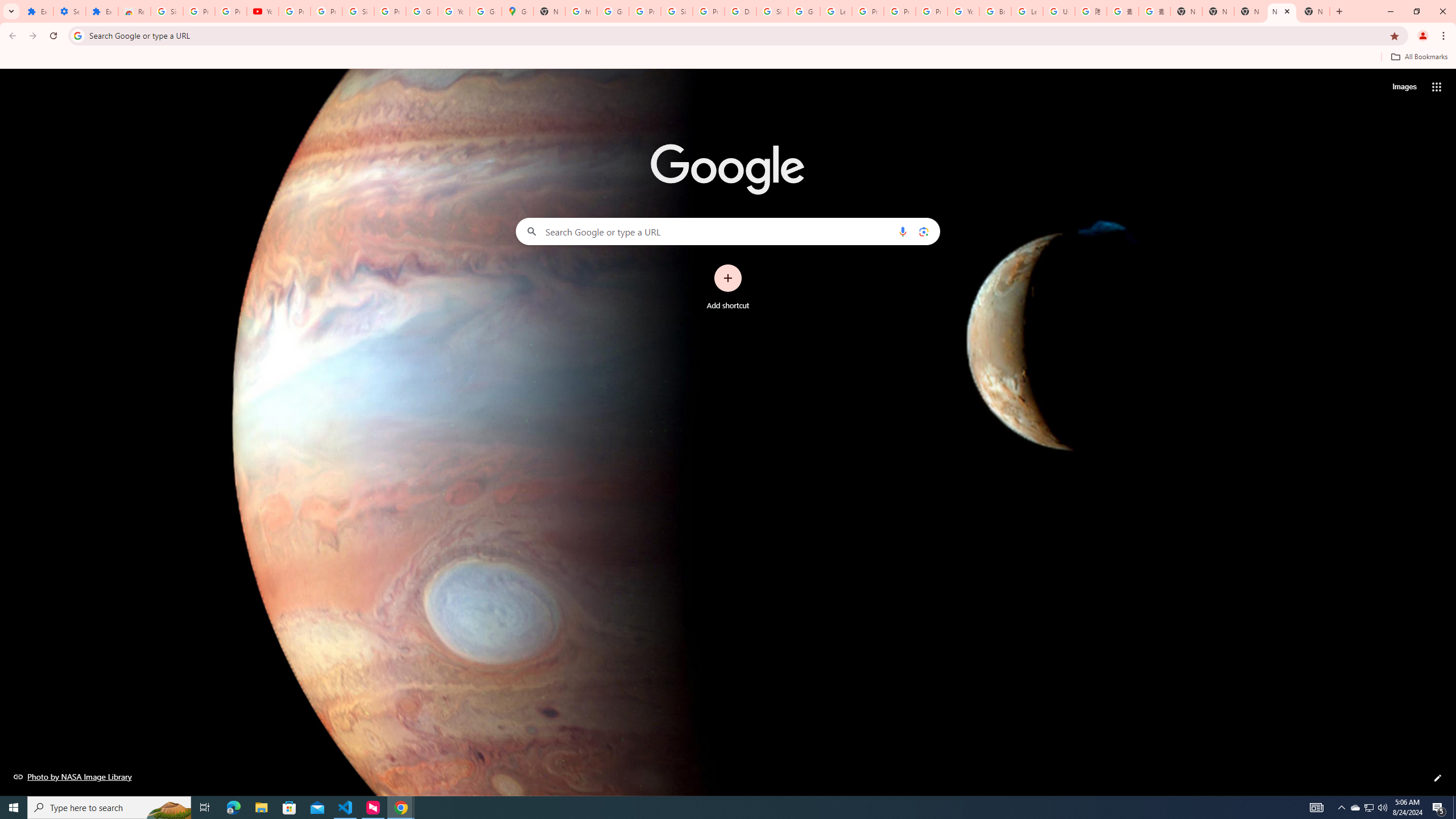 The width and height of the screenshot is (1456, 819). What do you see at coordinates (134, 11) in the screenshot?
I see `'Reviews: Helix Fruit Jump Arcade Game'` at bounding box center [134, 11].